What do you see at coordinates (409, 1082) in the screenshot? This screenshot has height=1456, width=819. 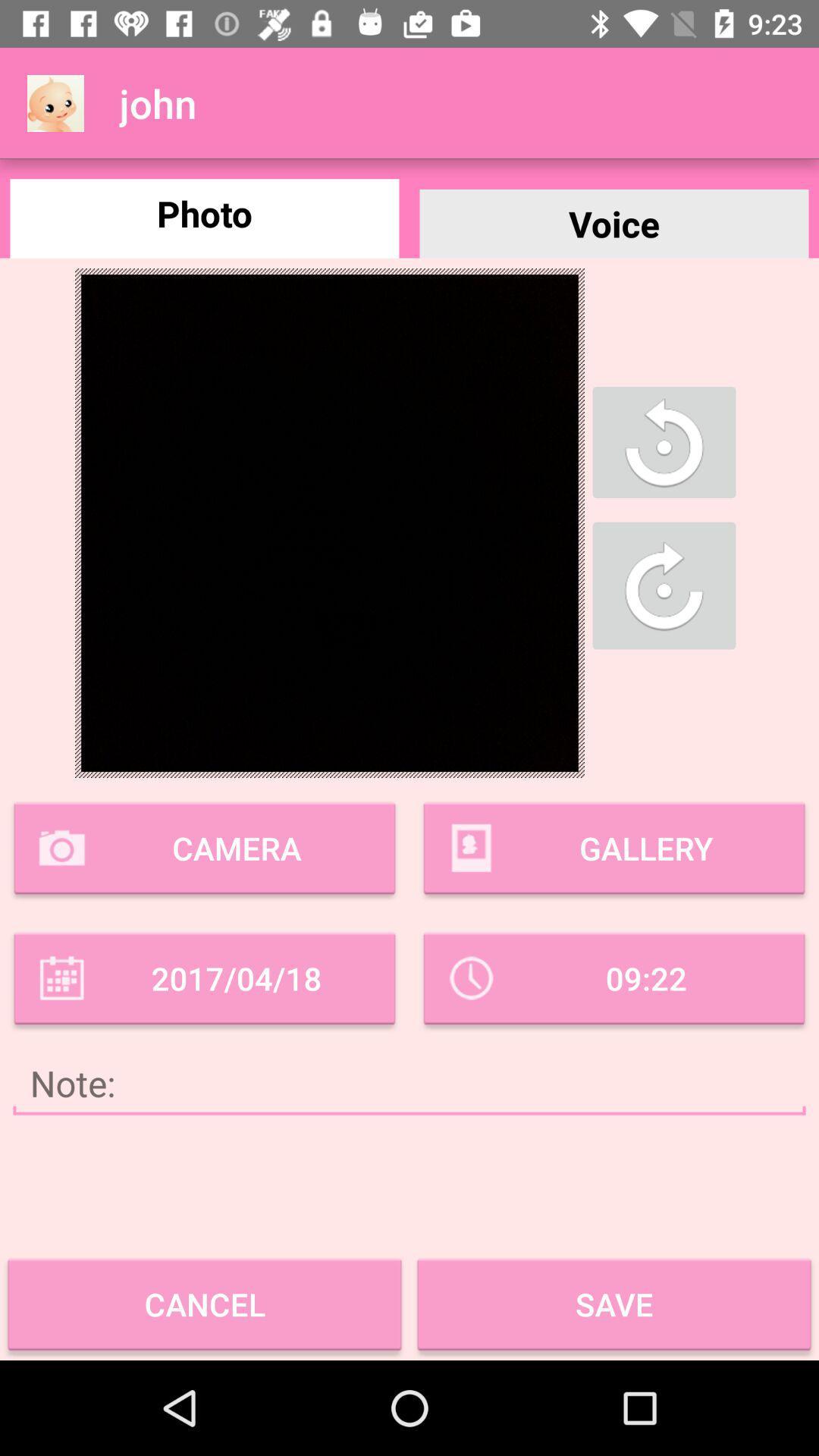 I see `note text` at bounding box center [409, 1082].